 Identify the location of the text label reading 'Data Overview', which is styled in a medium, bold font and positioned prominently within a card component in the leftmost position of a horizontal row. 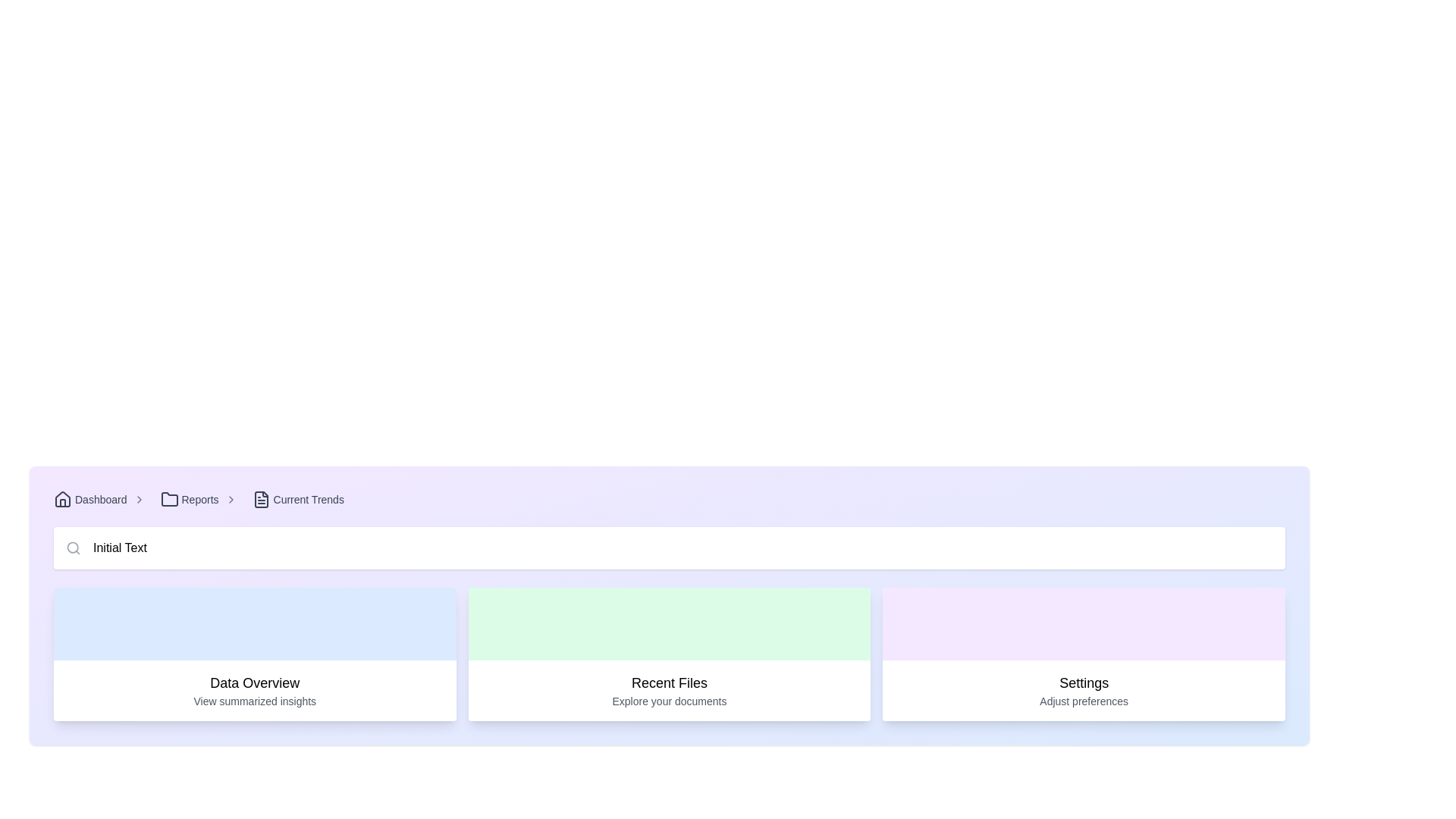
(255, 683).